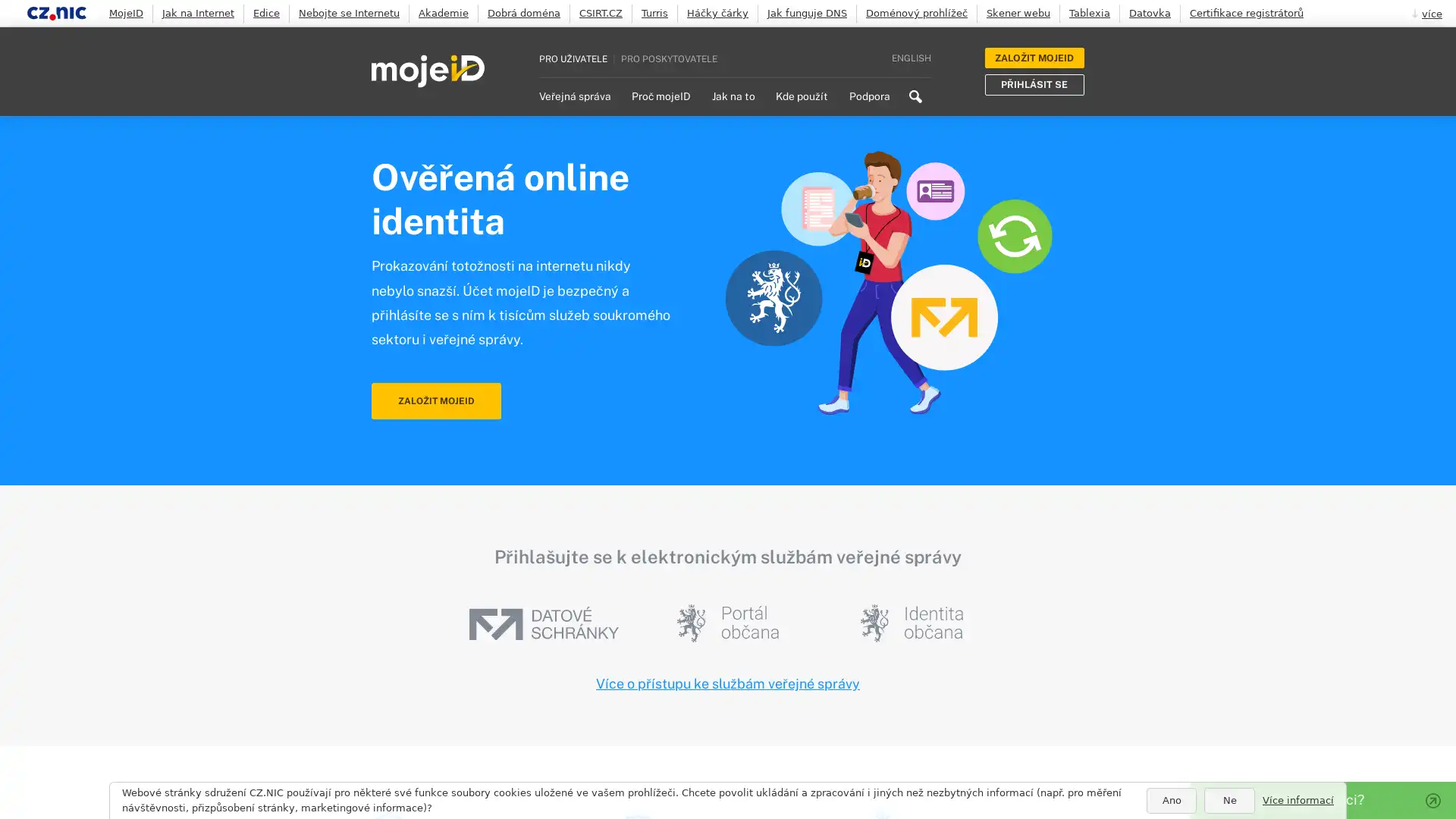 This screenshot has height=819, width=1456. I want to click on Search icon, so click(1016, 62).